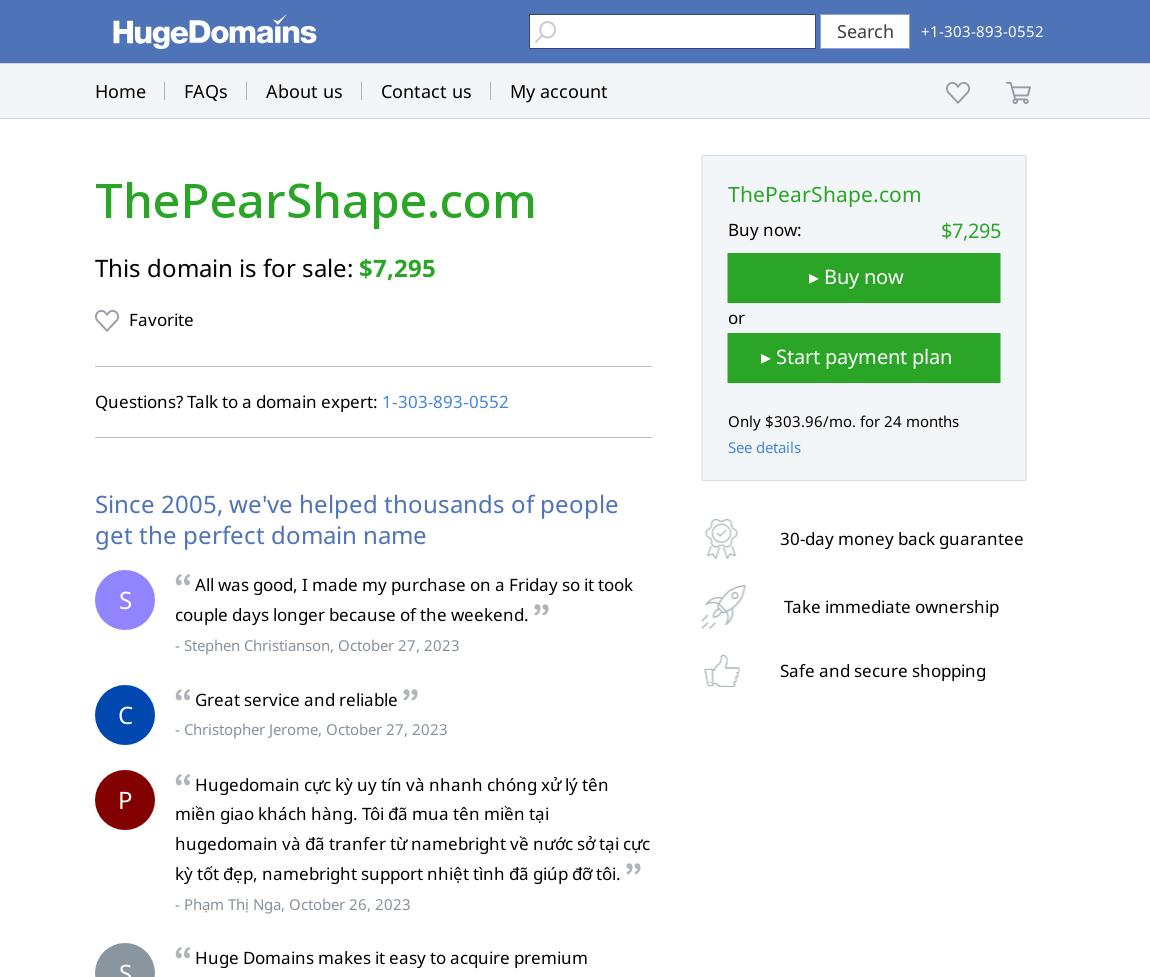 The width and height of the screenshot is (1150, 977). I want to click on 'P', so click(123, 798).